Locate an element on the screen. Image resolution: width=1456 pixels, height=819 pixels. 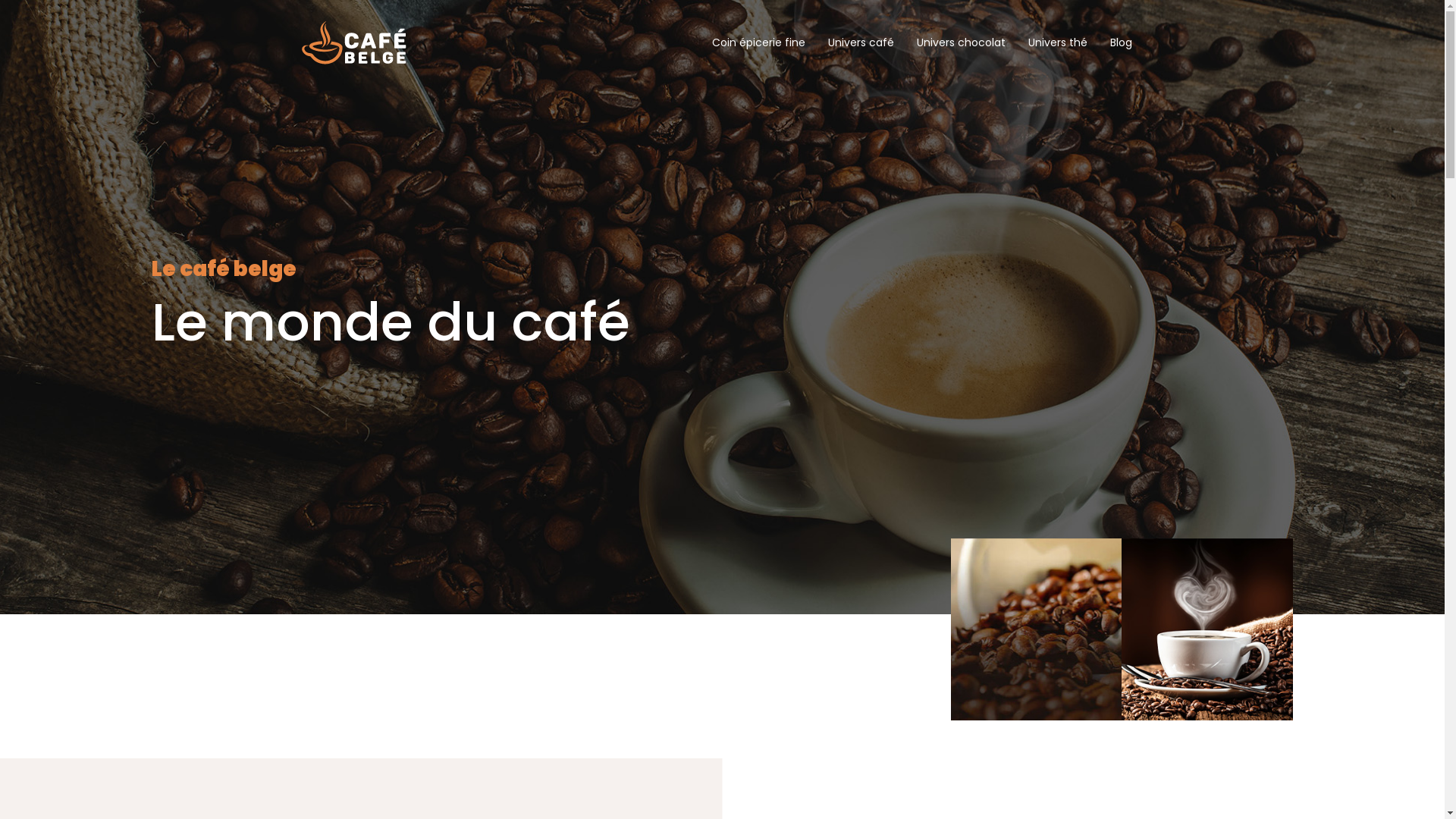
'Univers chocolat' is located at coordinates (915, 42).